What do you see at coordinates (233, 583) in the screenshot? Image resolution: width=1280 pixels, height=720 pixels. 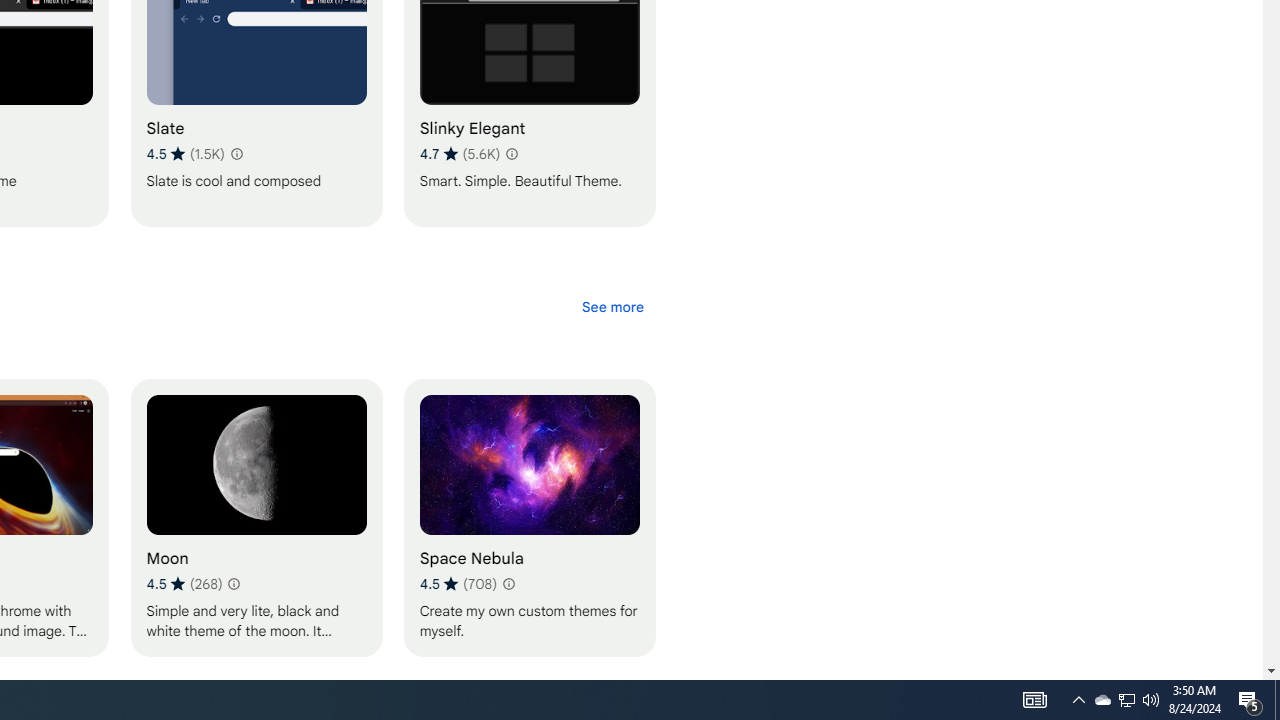 I see `'Learn more about results and reviews "Moon"'` at bounding box center [233, 583].